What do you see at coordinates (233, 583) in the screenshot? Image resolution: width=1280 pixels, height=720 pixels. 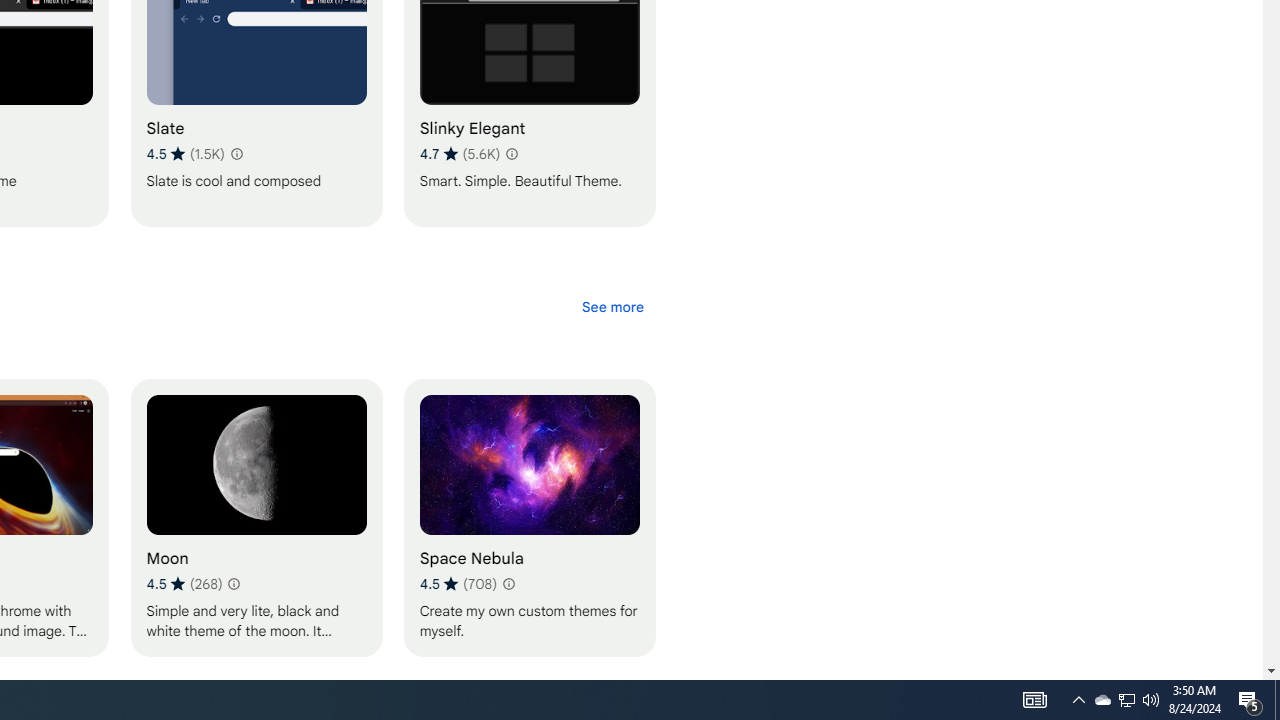 I see `'Learn more about results and reviews "Moon"'` at bounding box center [233, 583].